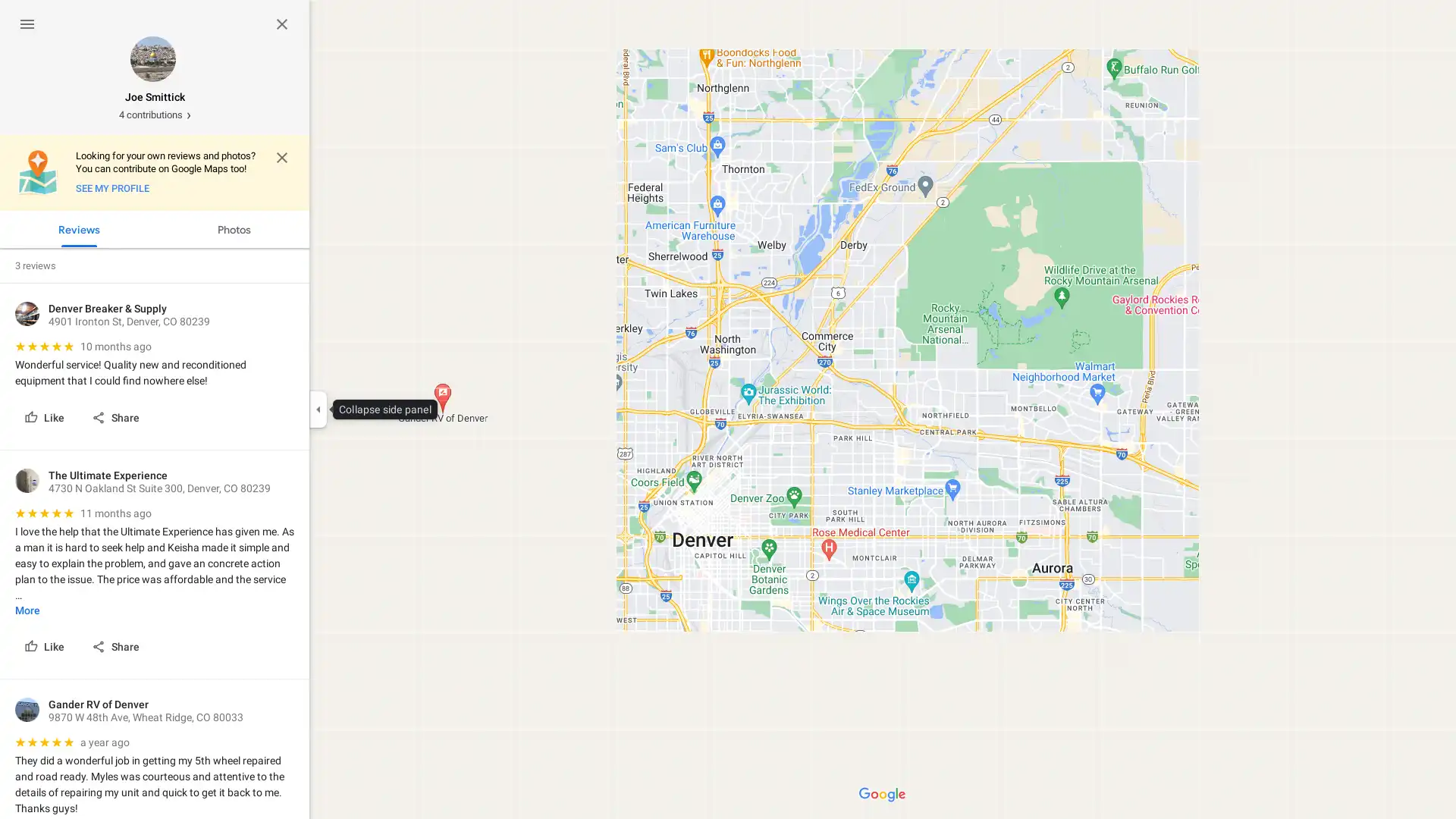  What do you see at coordinates (45, 646) in the screenshot?
I see `Mark The Ultimate Experience's review as helpful.` at bounding box center [45, 646].